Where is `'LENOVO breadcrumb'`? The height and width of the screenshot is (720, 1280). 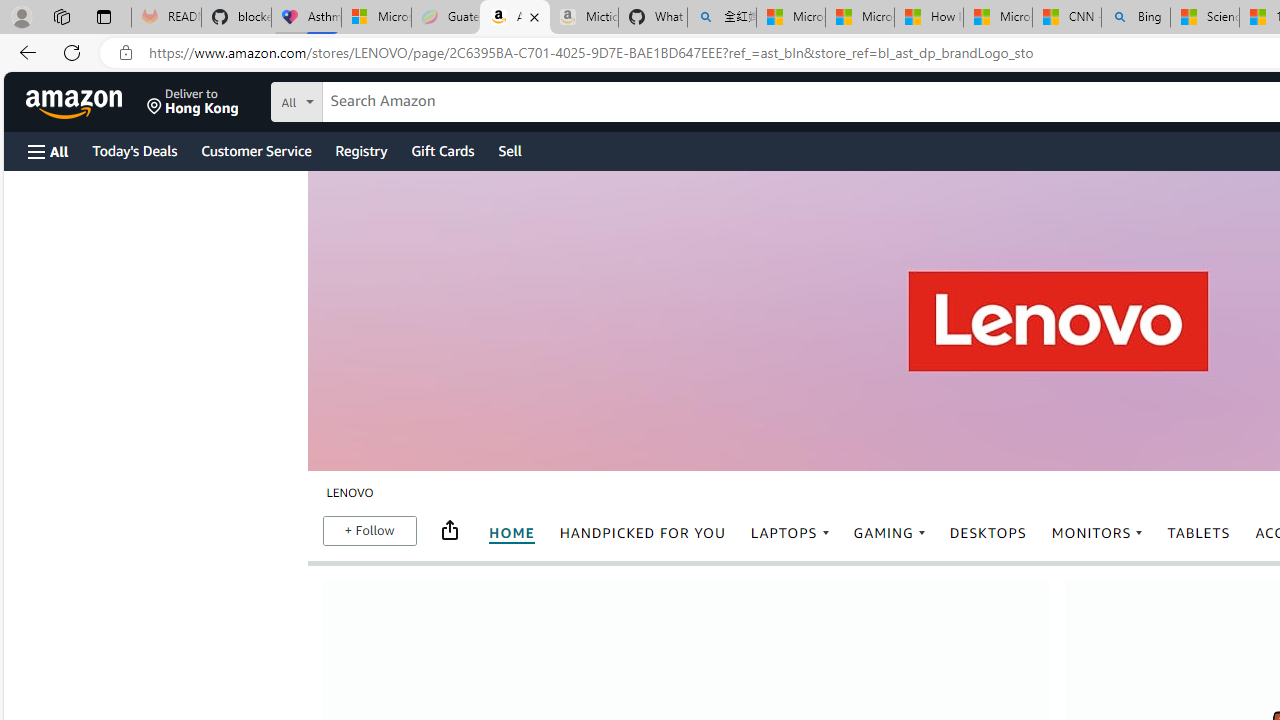
'LENOVO breadcrumb' is located at coordinates (348, 494).